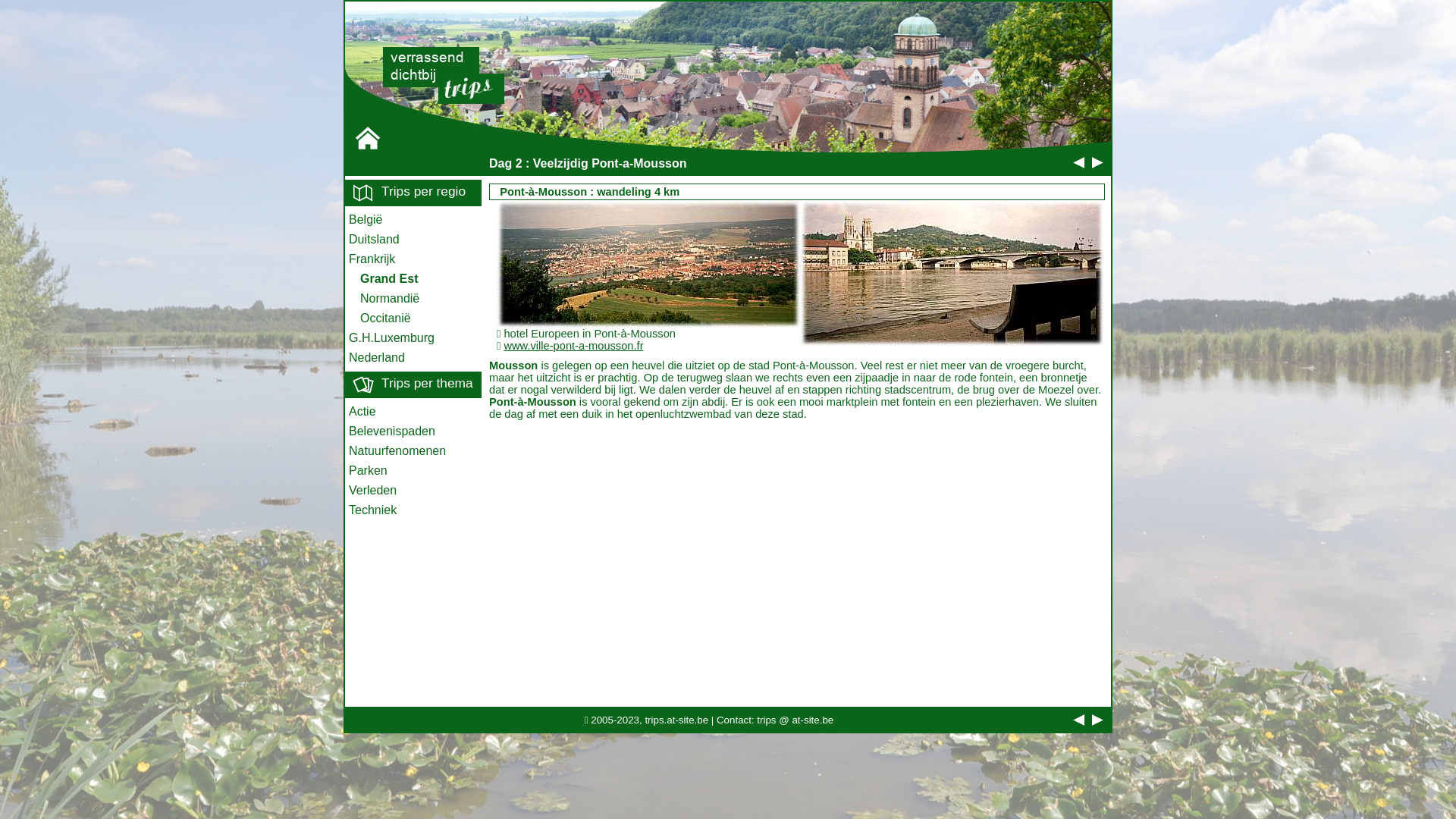 The image size is (1456, 819). I want to click on 'www.ville-pont-a-mousson.fr', so click(572, 345).